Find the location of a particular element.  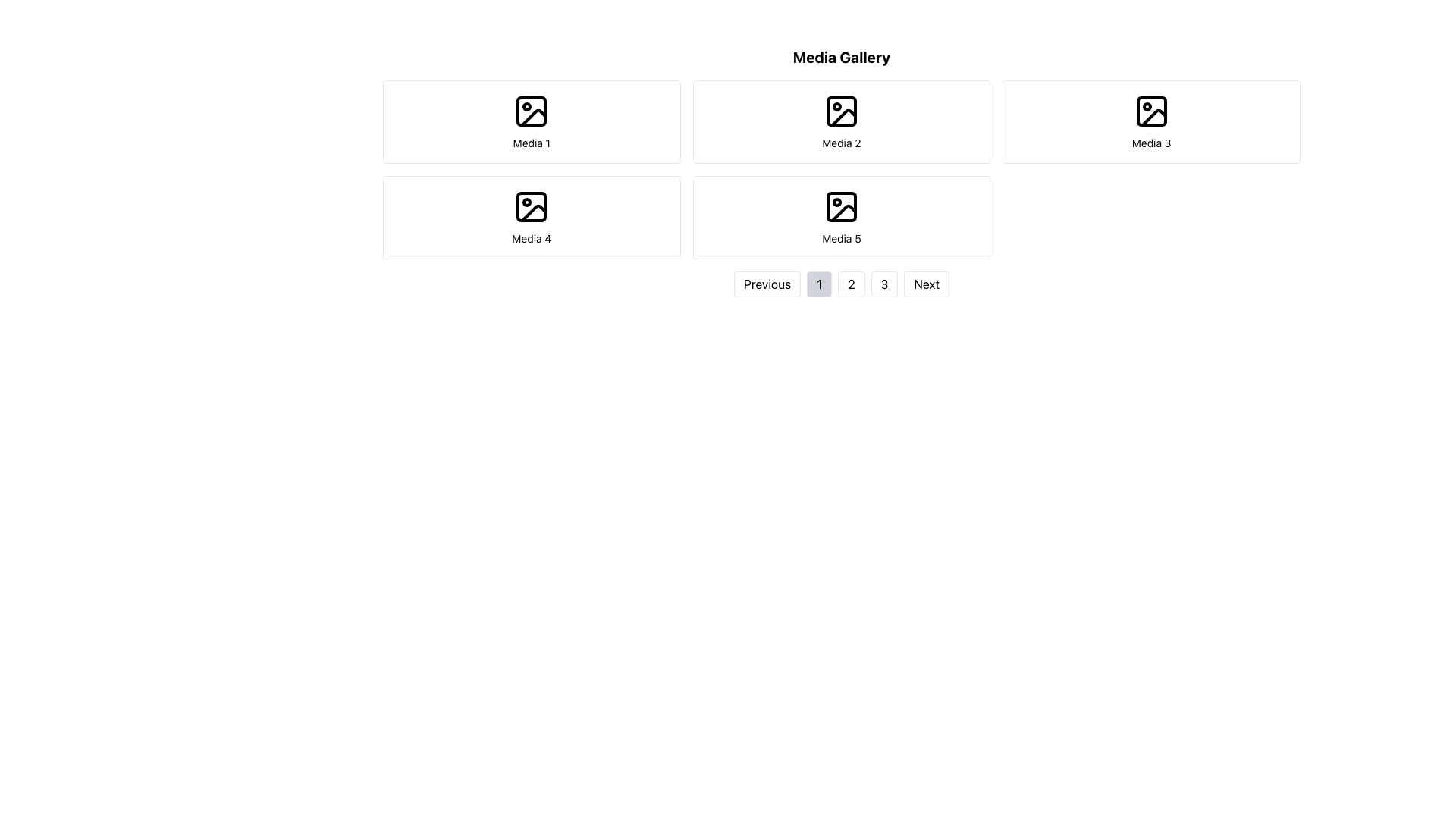

the icon representing 'Media 5' located in the center of the bottom row of a grid containing six elements is located at coordinates (840, 207).